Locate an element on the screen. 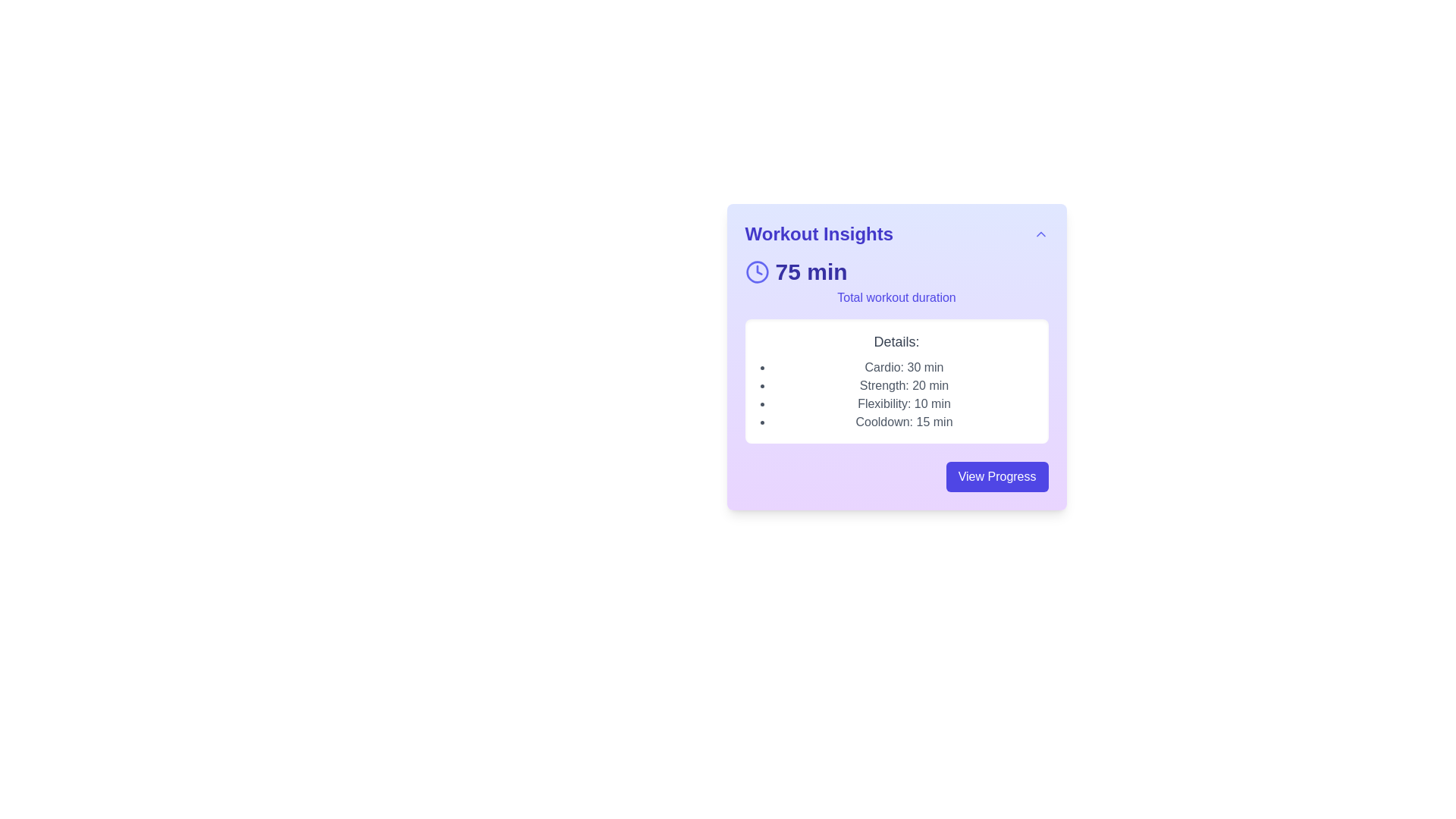  the text element displaying 'Strength: 20 min', which is the second item in the bulleted list under the 'Details' section of 'Workout Insights' is located at coordinates (904, 385).